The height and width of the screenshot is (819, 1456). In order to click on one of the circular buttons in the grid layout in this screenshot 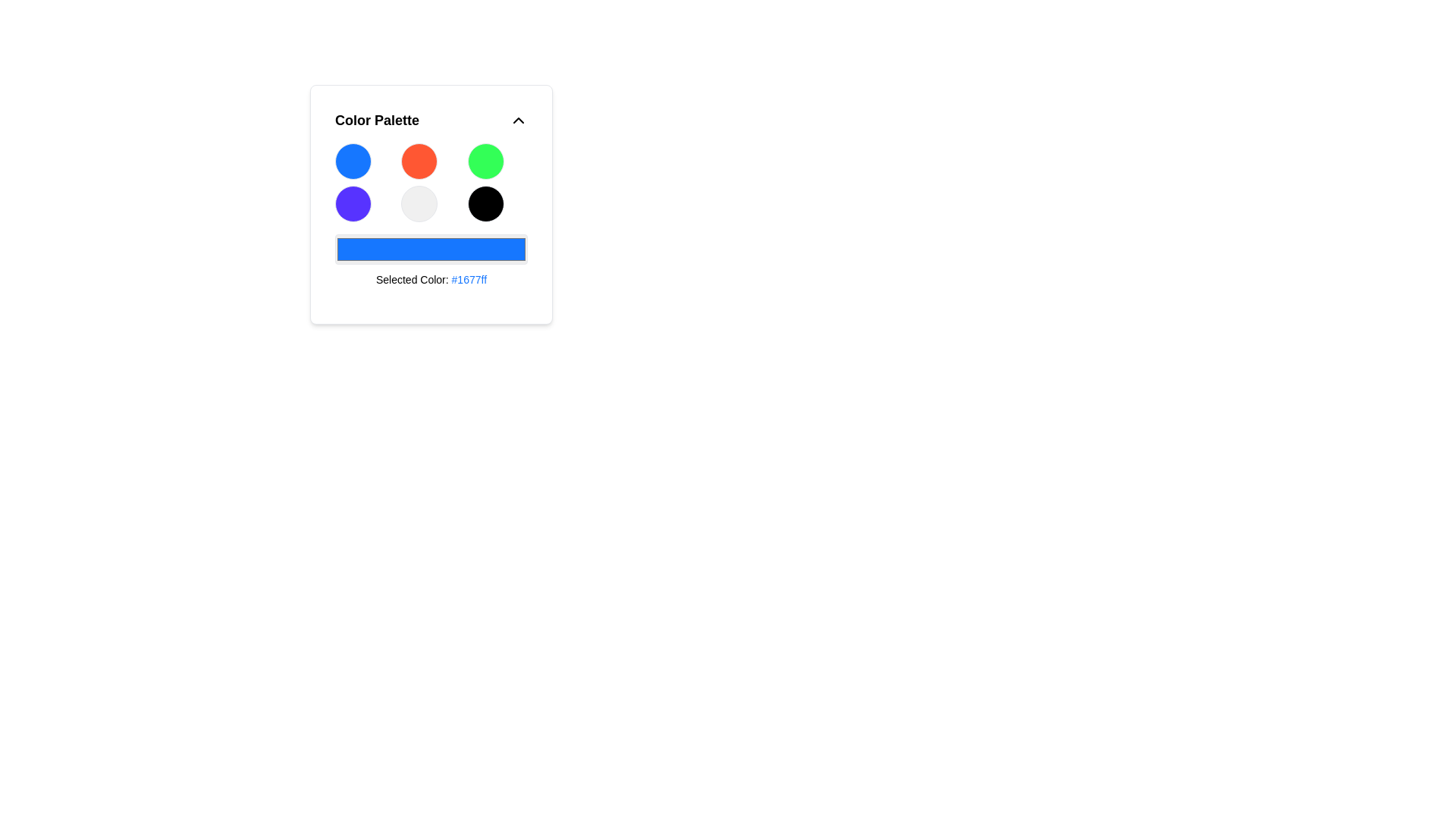, I will do `click(431, 181)`.